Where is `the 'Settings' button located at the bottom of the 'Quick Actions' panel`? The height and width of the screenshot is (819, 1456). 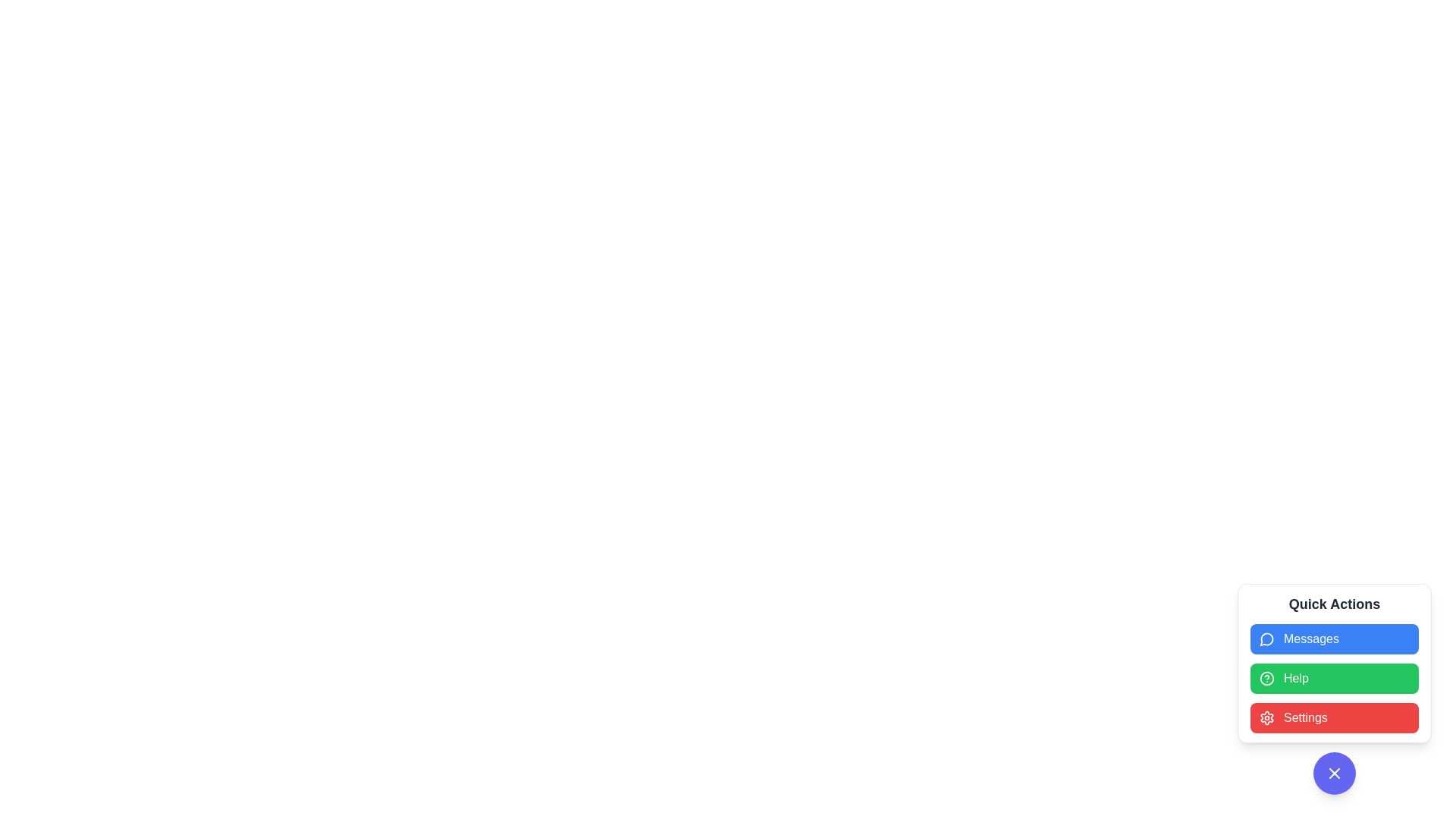 the 'Settings' button located at the bottom of the 'Quick Actions' panel is located at coordinates (1335, 717).